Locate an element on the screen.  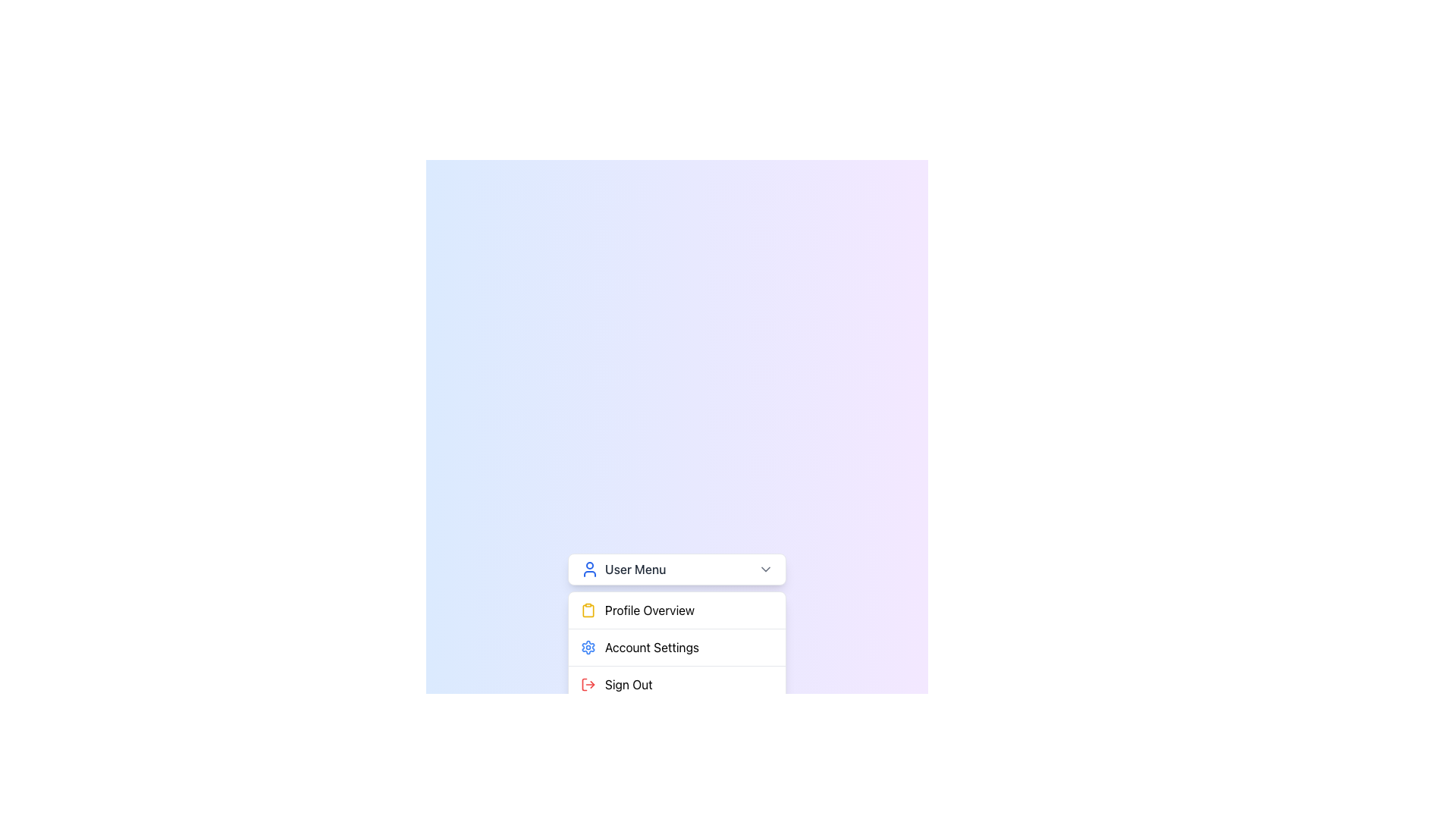
the clipboard icon within the 'Profile Overview' dropdown menu, which is visually represented as an SVG graphic with rounded corners and outlined in yellow, located to the left of the 'Profile Overview' text is located at coordinates (588, 610).